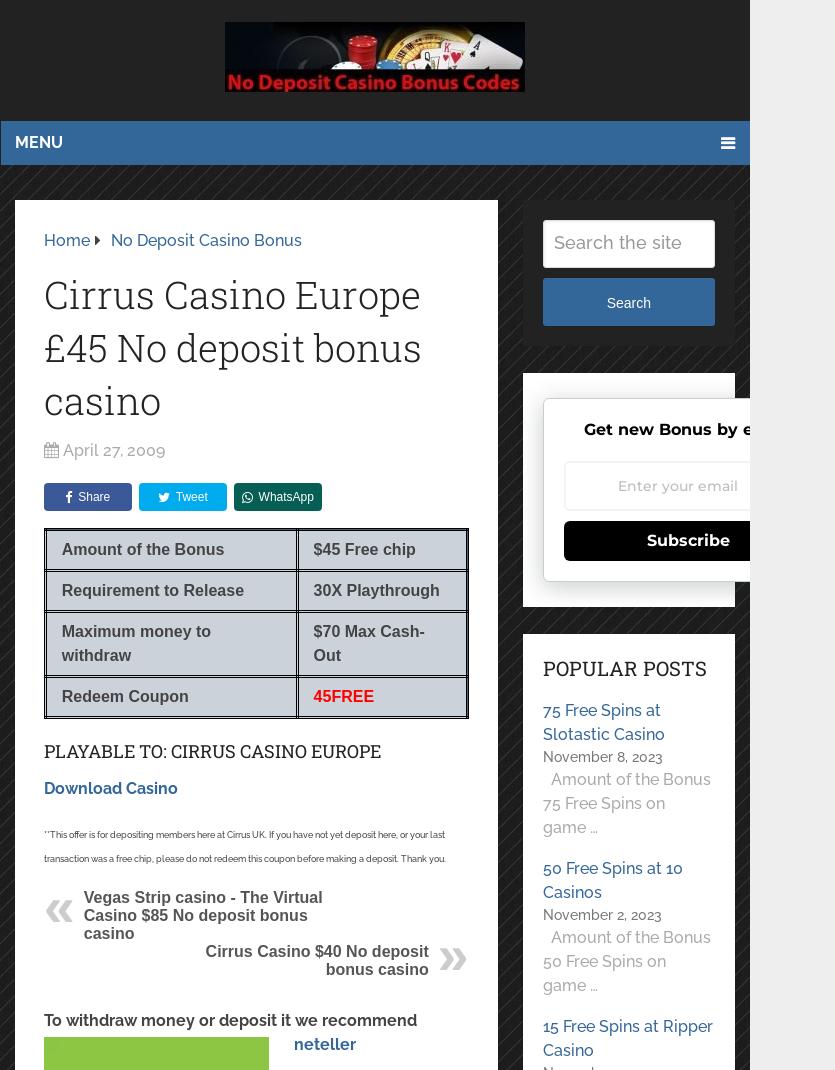 The image size is (835, 1070). I want to click on '30', so click(312, 589).